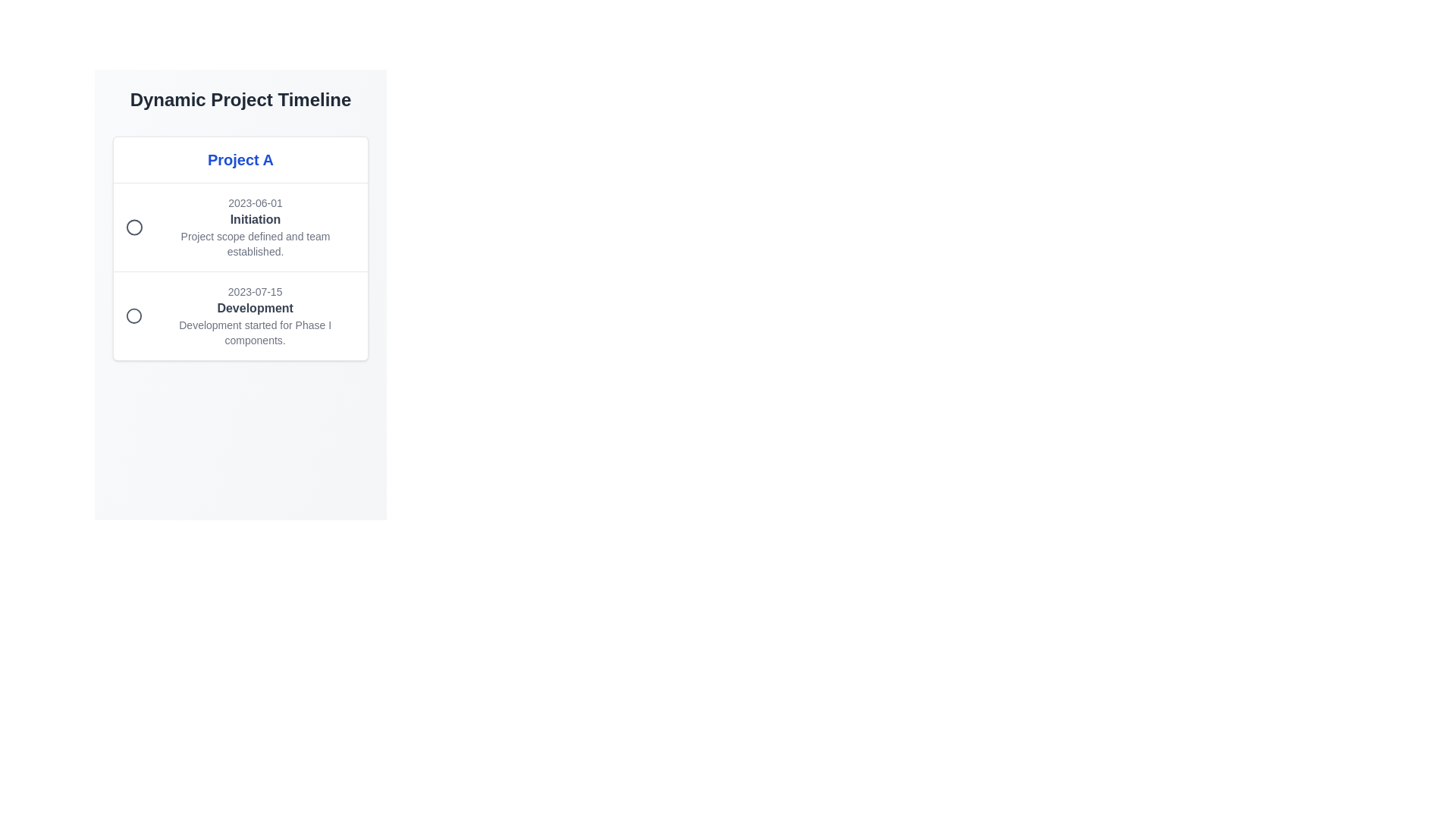  I want to click on the static text displaying the date '2023-06-01' in gray font, located at the top of the 'Initiation' section in the dynamic project timeline interface, so click(255, 202).